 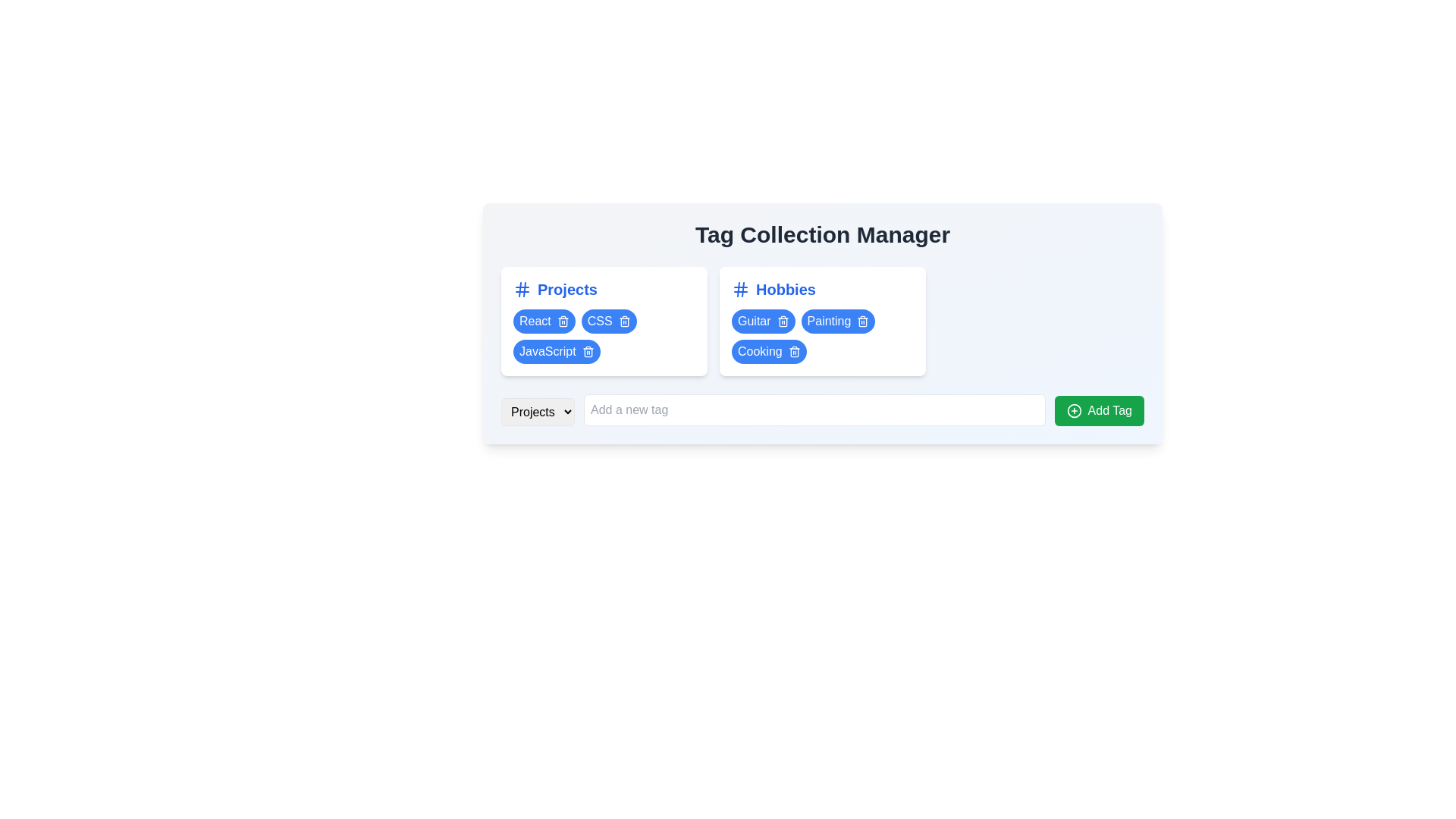 I want to click on the 'Projects' dropdown menu, so click(x=538, y=412).